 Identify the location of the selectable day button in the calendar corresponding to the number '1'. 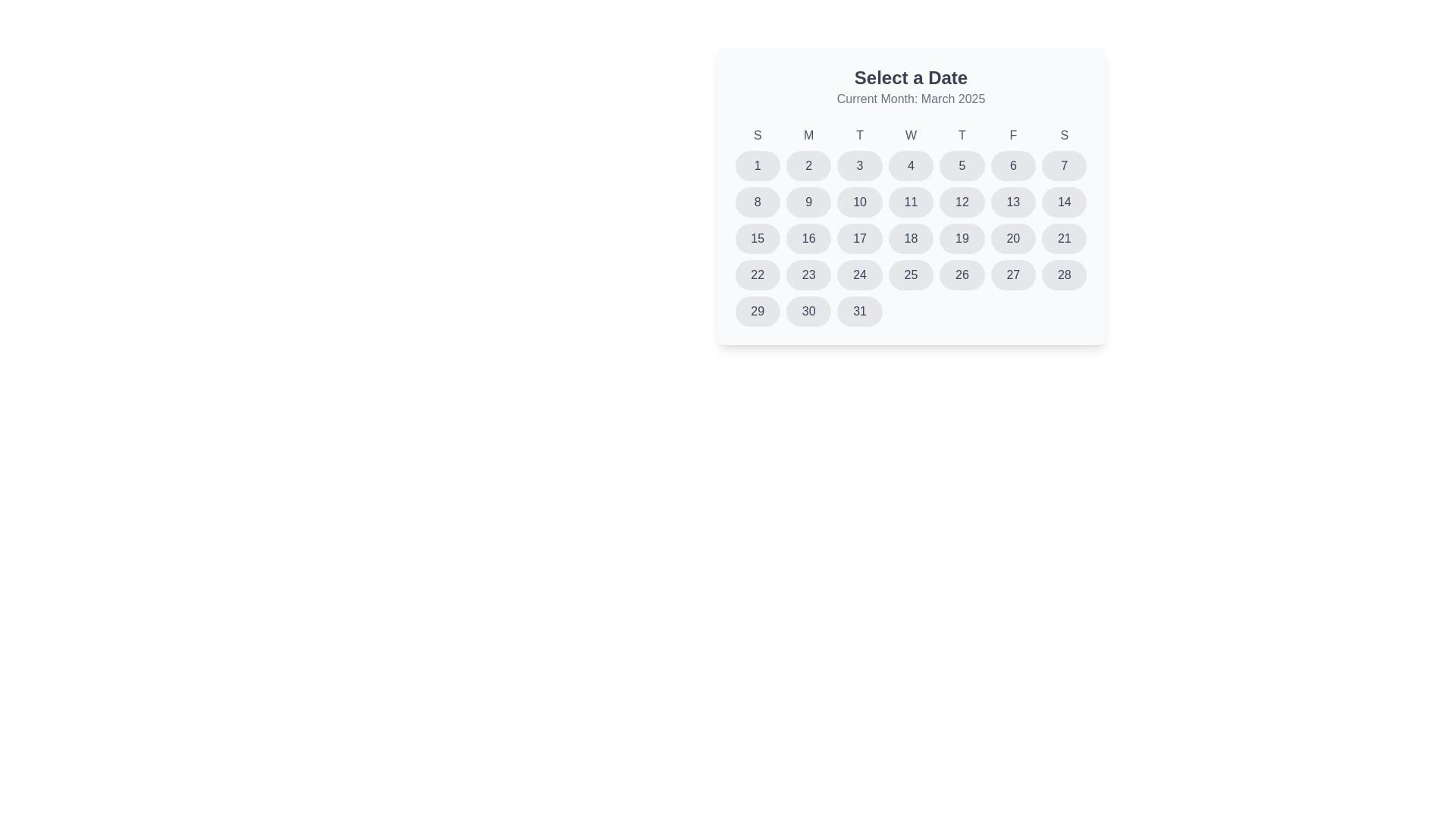
(758, 166).